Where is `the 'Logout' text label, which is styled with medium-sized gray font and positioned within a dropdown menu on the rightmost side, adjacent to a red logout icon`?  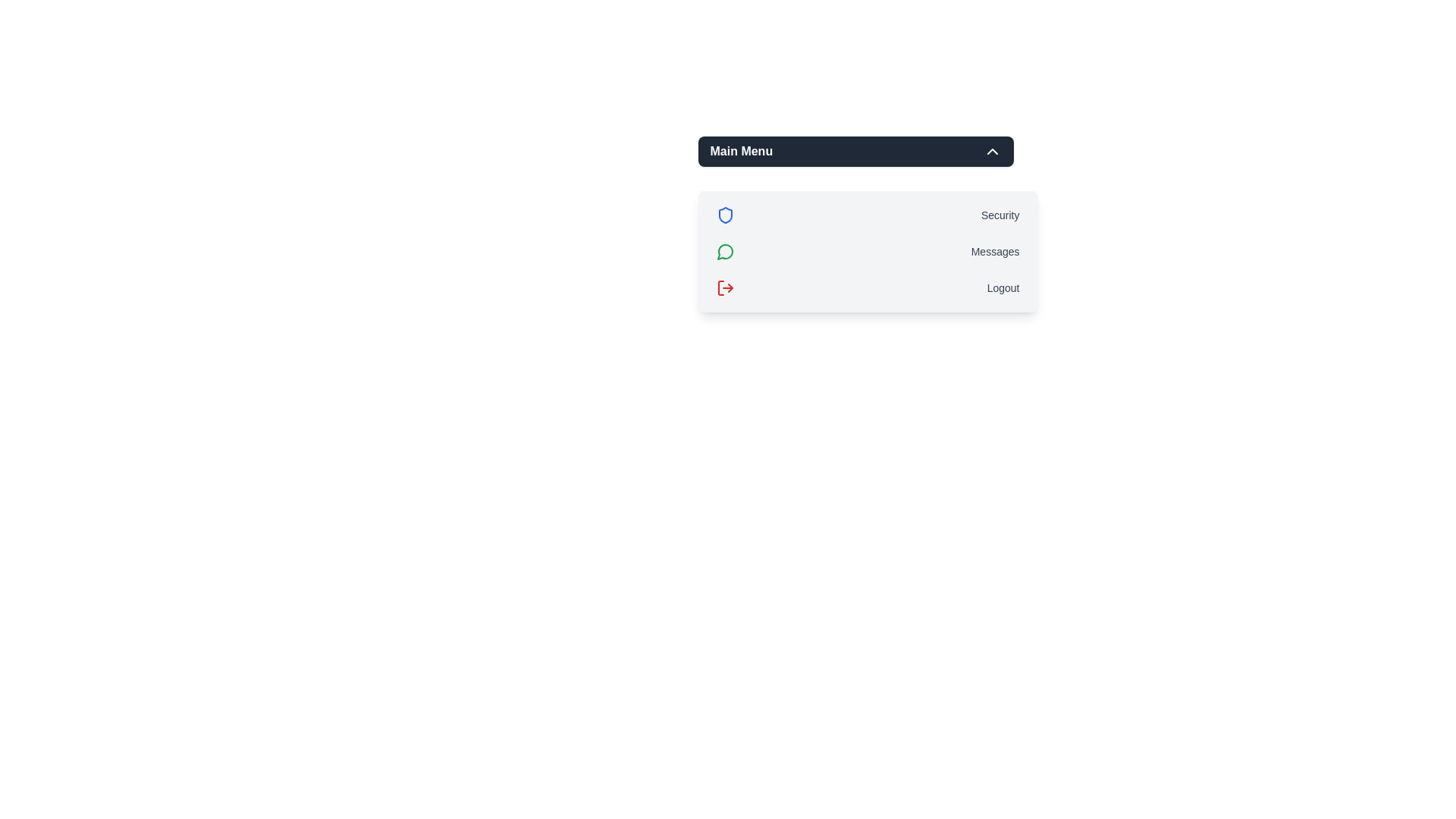
the 'Logout' text label, which is styled with medium-sized gray font and positioned within a dropdown menu on the rightmost side, adjacent to a red logout icon is located at coordinates (1003, 288).